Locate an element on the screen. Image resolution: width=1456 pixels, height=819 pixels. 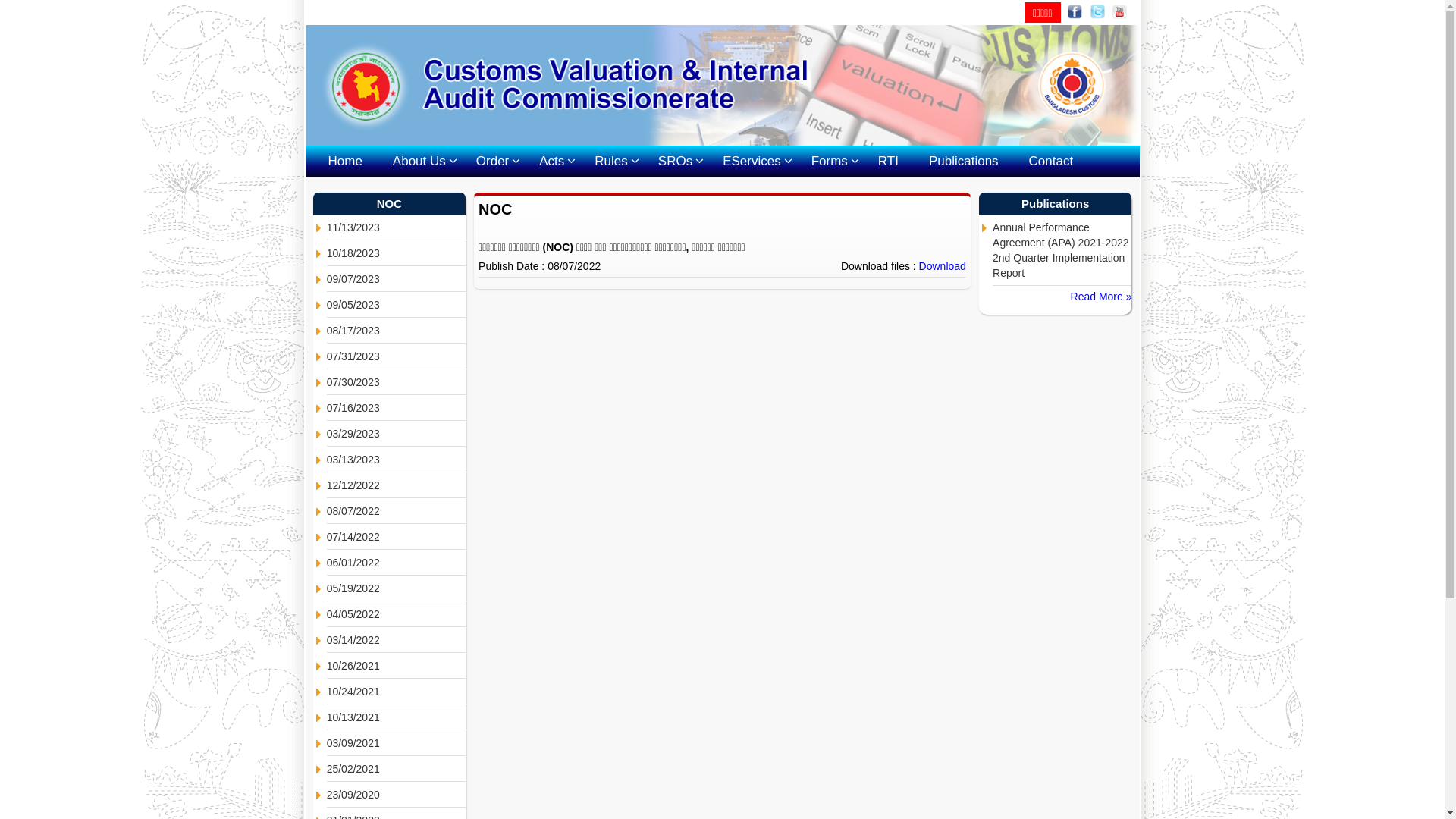
'12/12/2022' is located at coordinates (396, 485).